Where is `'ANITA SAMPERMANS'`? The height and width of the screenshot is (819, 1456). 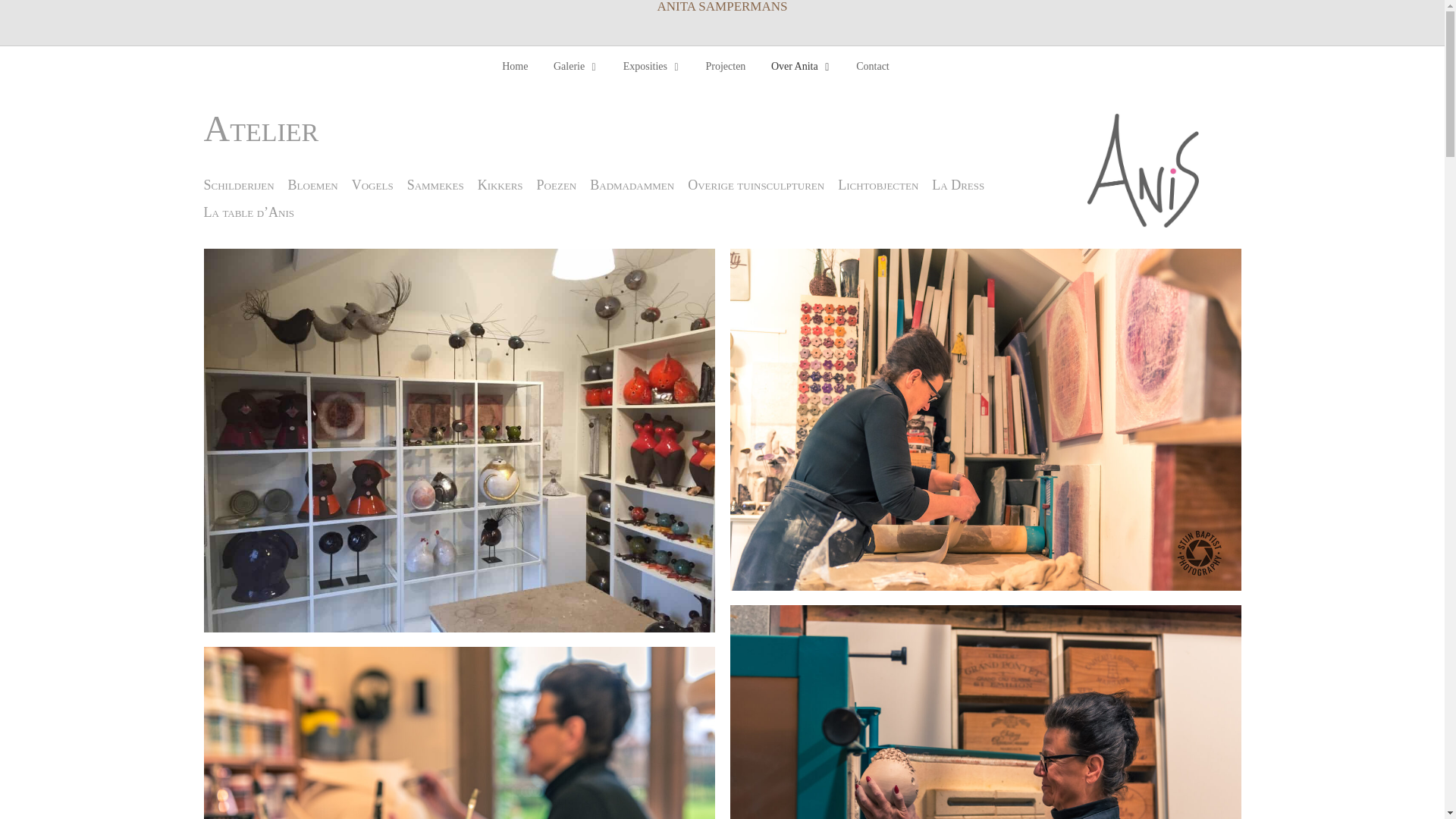
'ANITA SAMPERMANS' is located at coordinates (656, 6).